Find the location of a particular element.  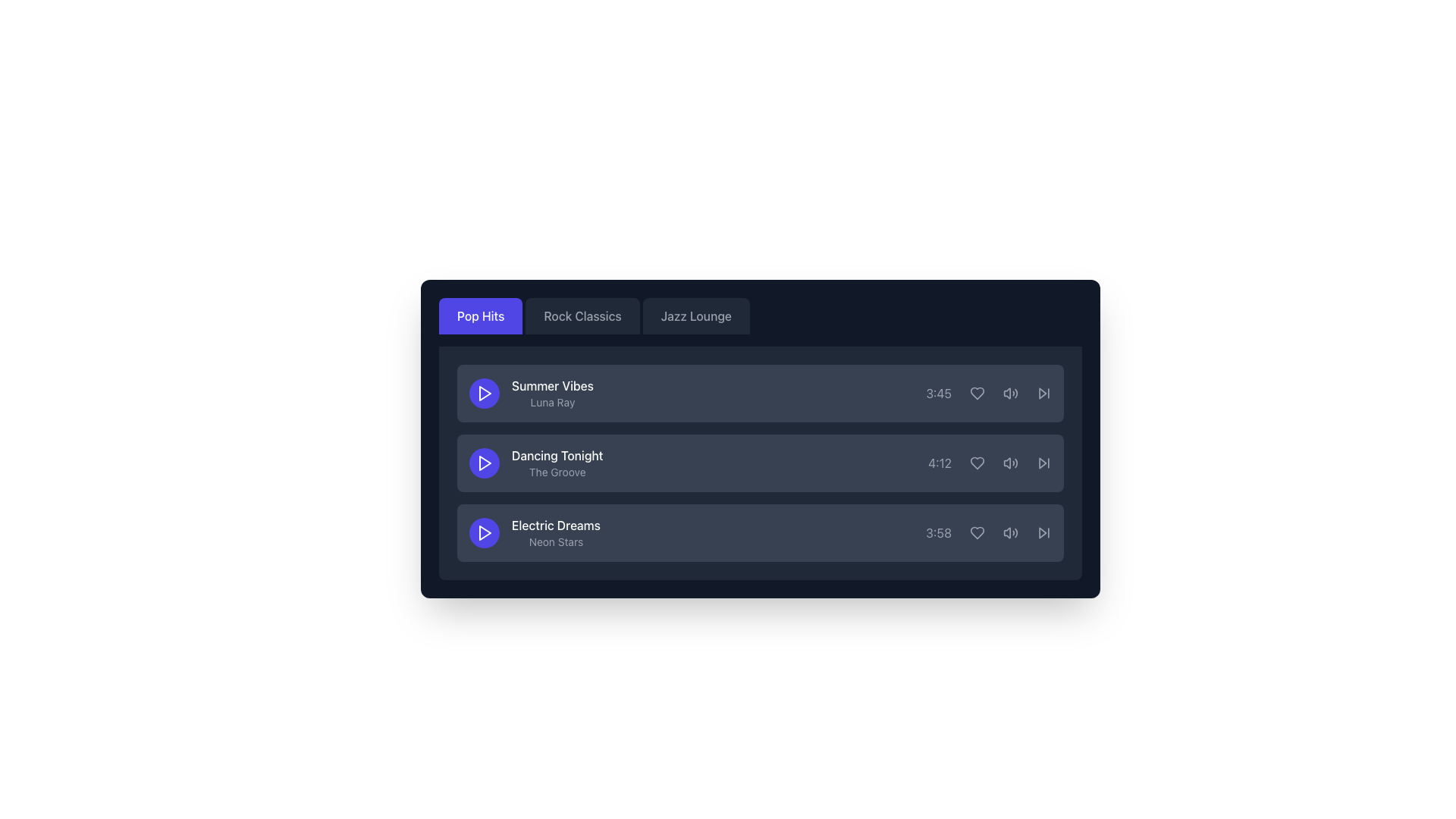

the 'Jazz Lounge' button, which is a rectangular button with rounded corners and a gray background, positioned to the right of 'Pop Hits' and 'Rock Classics' in the music selection interface is located at coordinates (695, 315).